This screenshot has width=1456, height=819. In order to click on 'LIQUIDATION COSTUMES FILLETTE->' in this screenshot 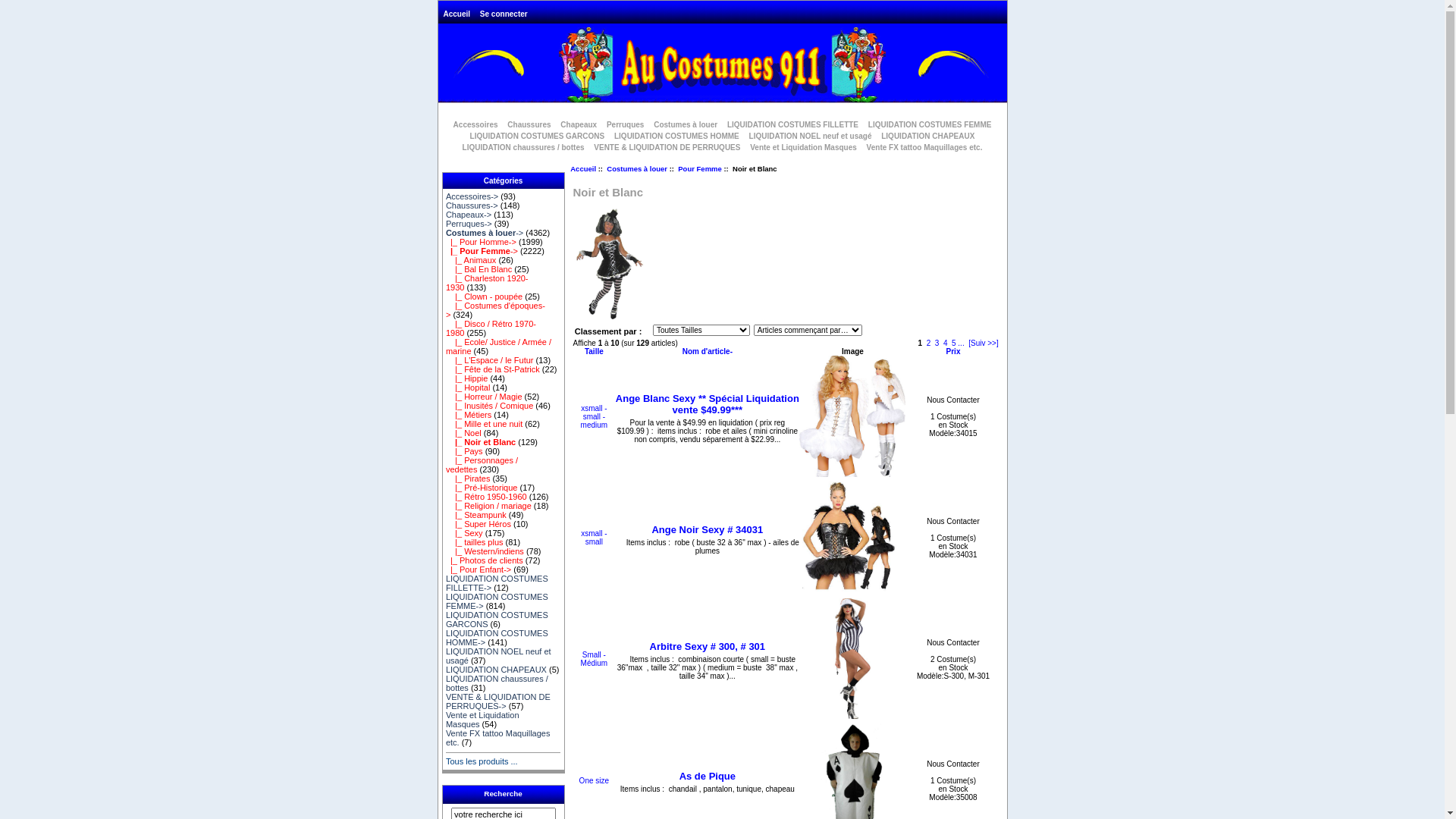, I will do `click(445, 582)`.